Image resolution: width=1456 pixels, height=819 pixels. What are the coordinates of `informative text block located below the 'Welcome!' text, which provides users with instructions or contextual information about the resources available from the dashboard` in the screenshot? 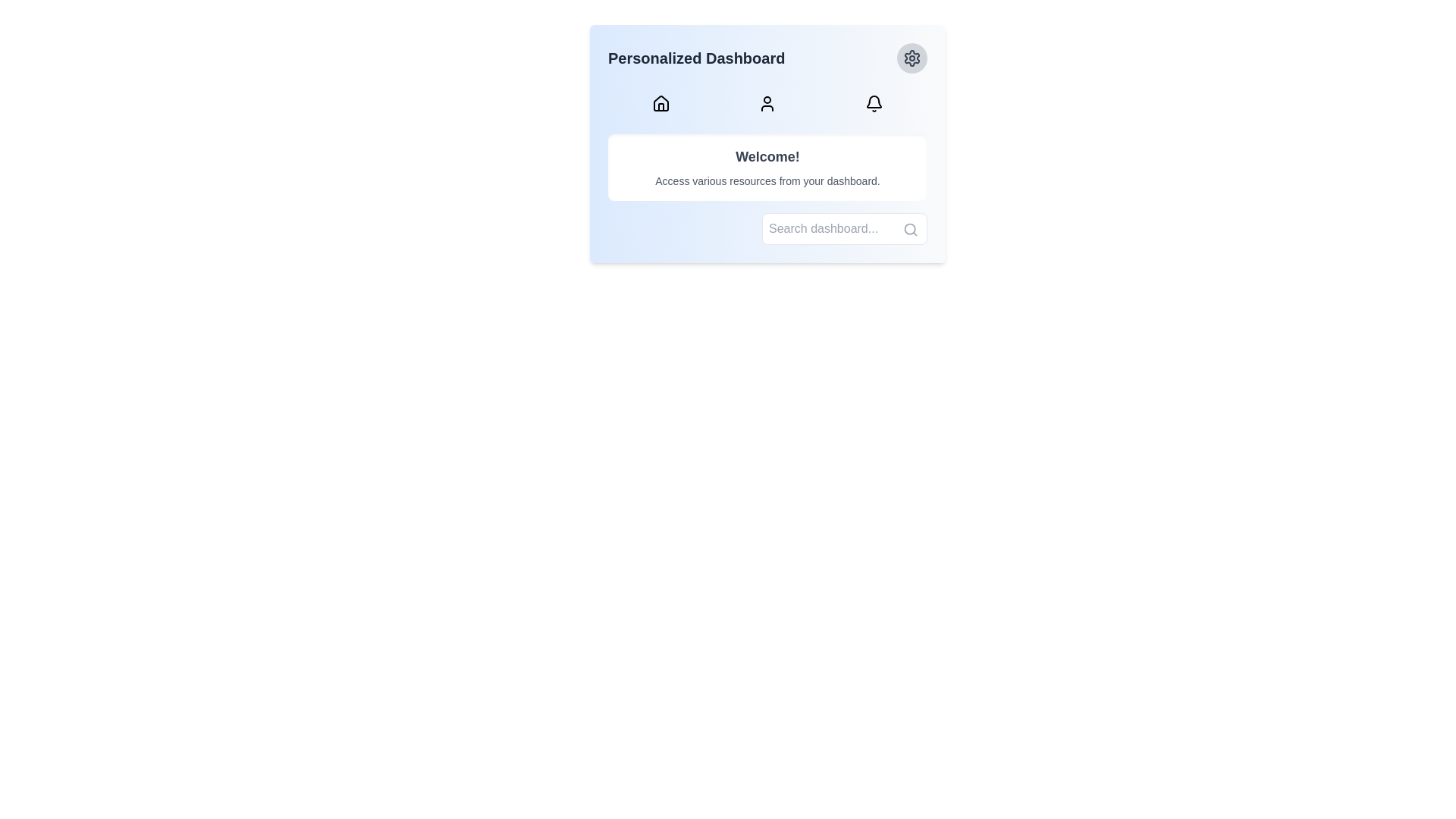 It's located at (767, 180).